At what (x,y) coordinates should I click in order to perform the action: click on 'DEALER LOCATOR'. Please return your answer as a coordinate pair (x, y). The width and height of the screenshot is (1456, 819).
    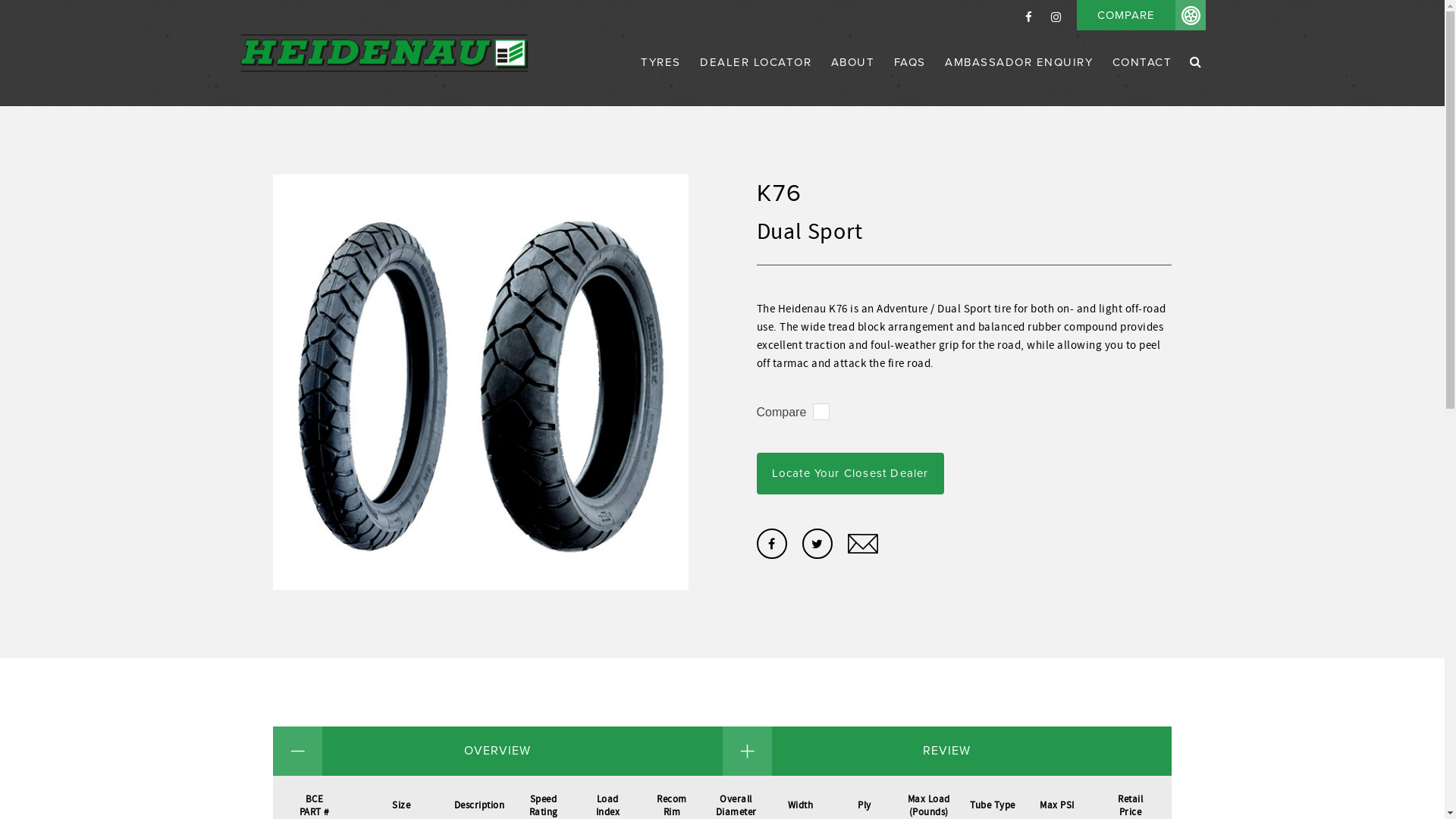
    Looking at the image, I should click on (755, 79).